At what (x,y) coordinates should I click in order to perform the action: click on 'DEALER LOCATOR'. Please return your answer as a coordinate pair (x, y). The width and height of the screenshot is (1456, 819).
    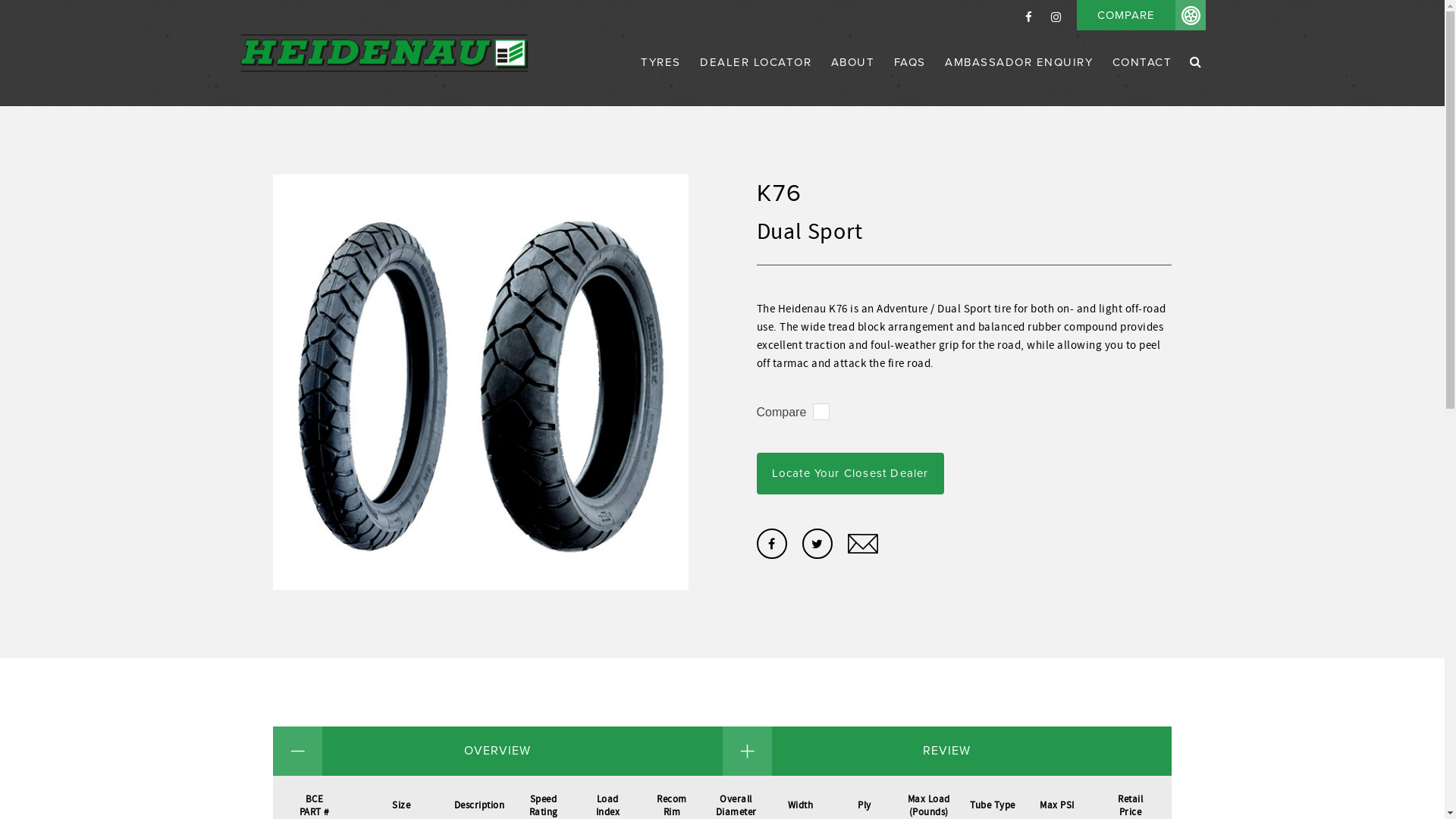
    Looking at the image, I should click on (755, 79).